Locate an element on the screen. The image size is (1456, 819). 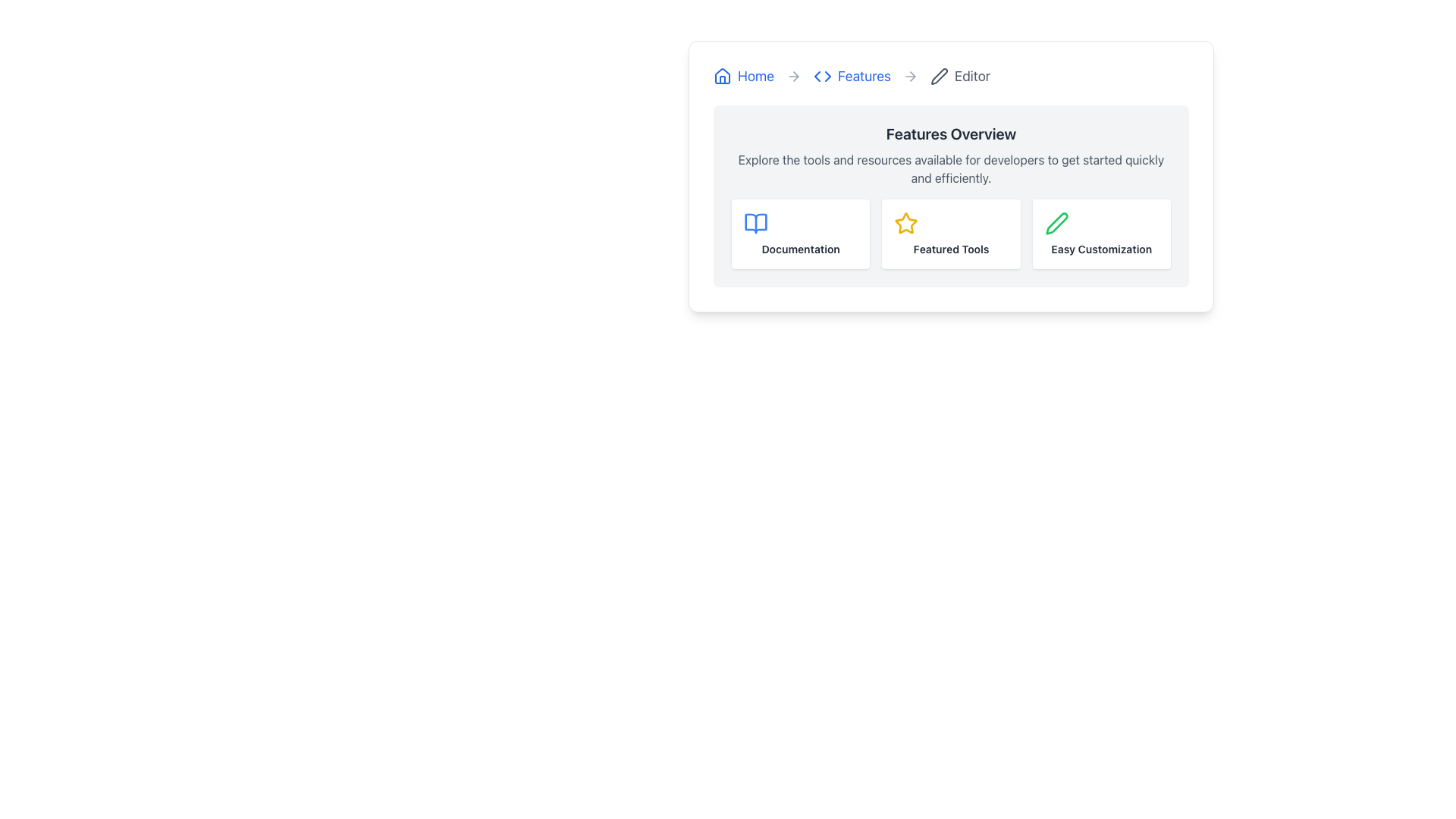
the 'Editor' breadcrumb element, which is the third clickable item in the breadcrumb navigation bar is located at coordinates (959, 76).